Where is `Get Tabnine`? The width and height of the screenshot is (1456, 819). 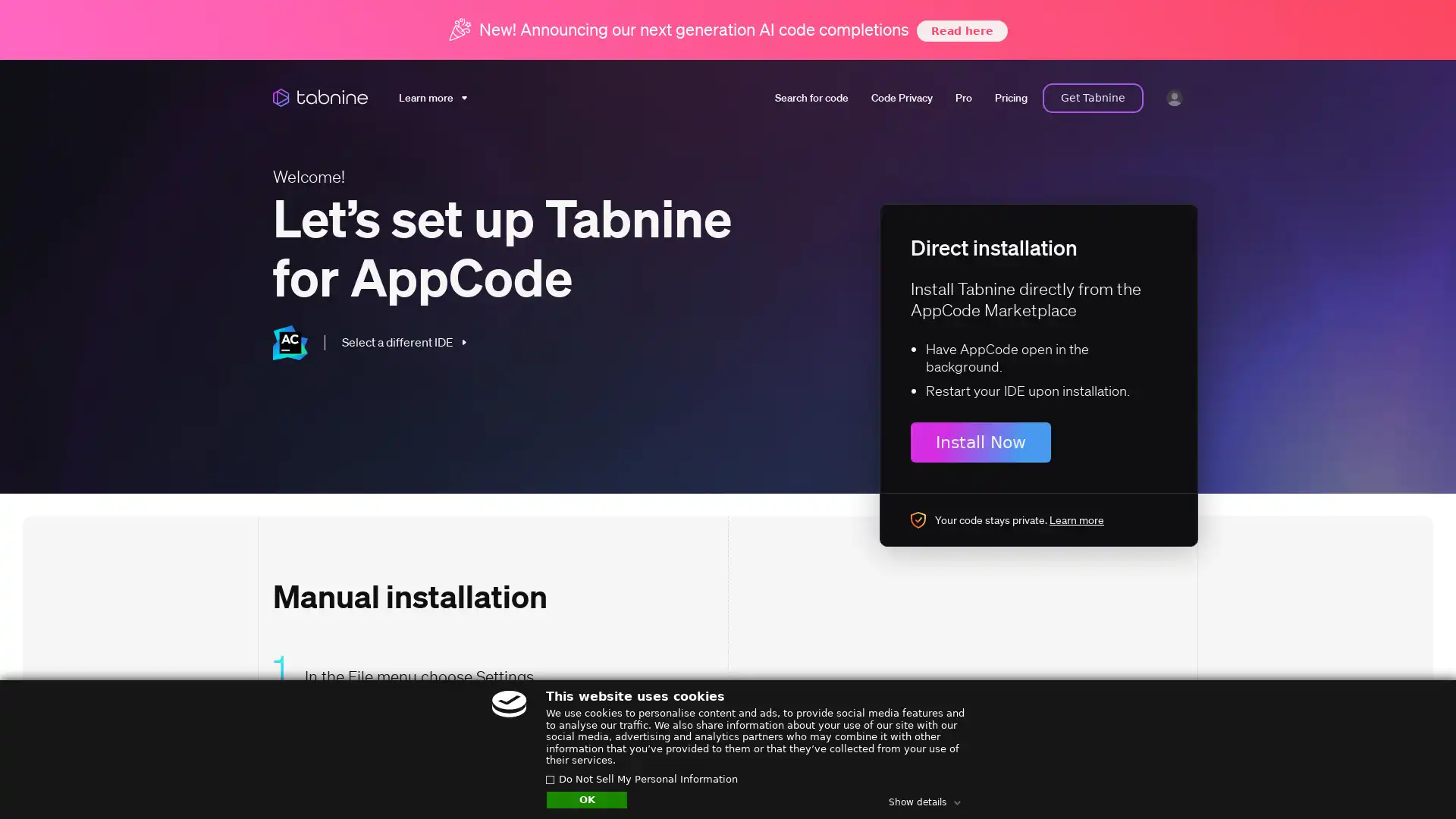 Get Tabnine is located at coordinates (1093, 97).